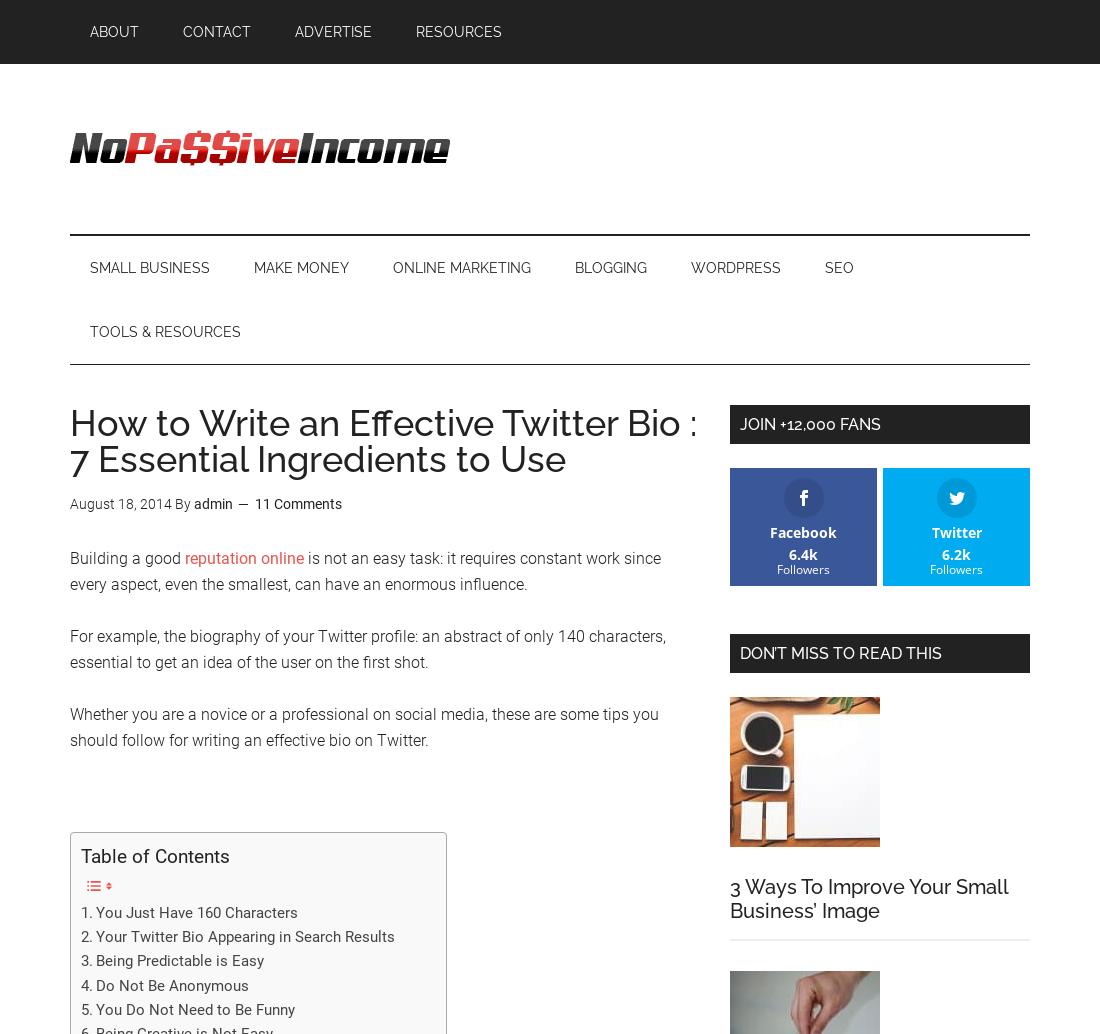 The image size is (1100, 1034). I want to click on 'Tools & Resources', so click(164, 331).